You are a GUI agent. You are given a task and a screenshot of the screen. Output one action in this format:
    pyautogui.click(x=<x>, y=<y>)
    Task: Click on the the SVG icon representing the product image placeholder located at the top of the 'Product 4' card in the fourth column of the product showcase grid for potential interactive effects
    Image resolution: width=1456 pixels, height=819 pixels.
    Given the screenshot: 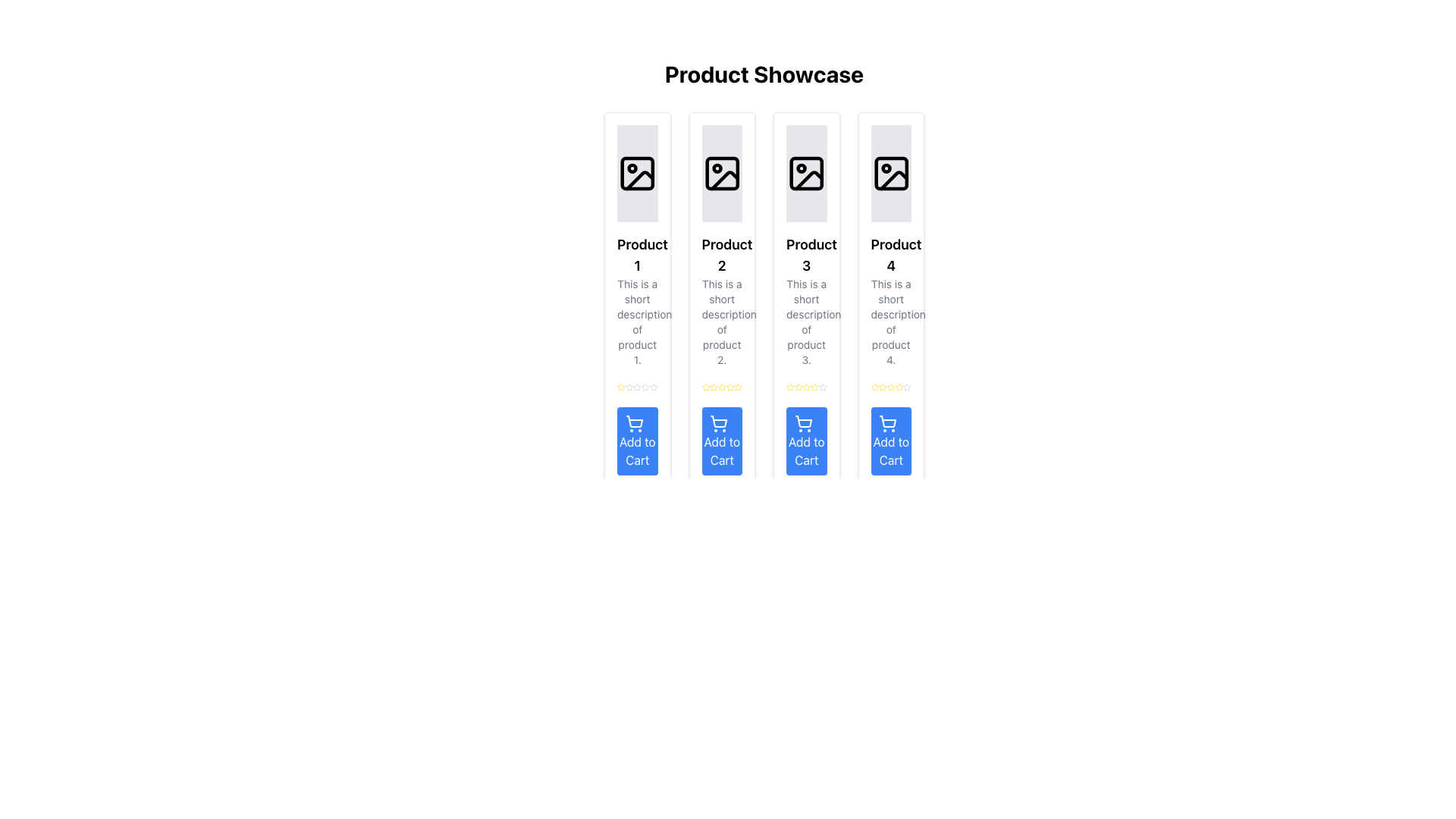 What is the action you would take?
    pyautogui.click(x=891, y=172)
    